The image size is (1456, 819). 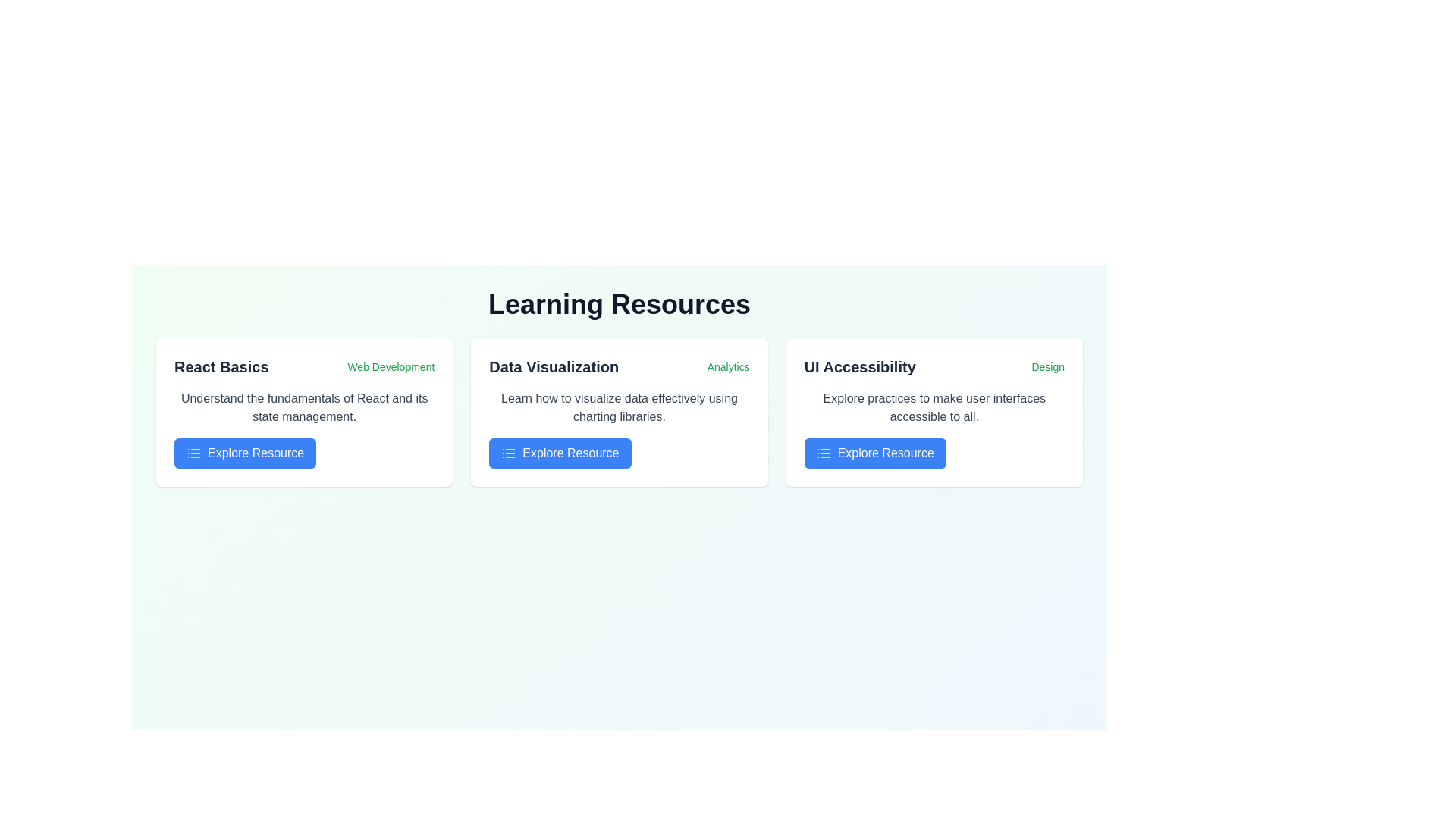 What do you see at coordinates (509, 452) in the screenshot?
I see `the small icon resembling a list, which is displayed in white on a blue rectangle, located at the leftmost part of the 'Explore Resource' button within the 'Data Visualization' card` at bounding box center [509, 452].